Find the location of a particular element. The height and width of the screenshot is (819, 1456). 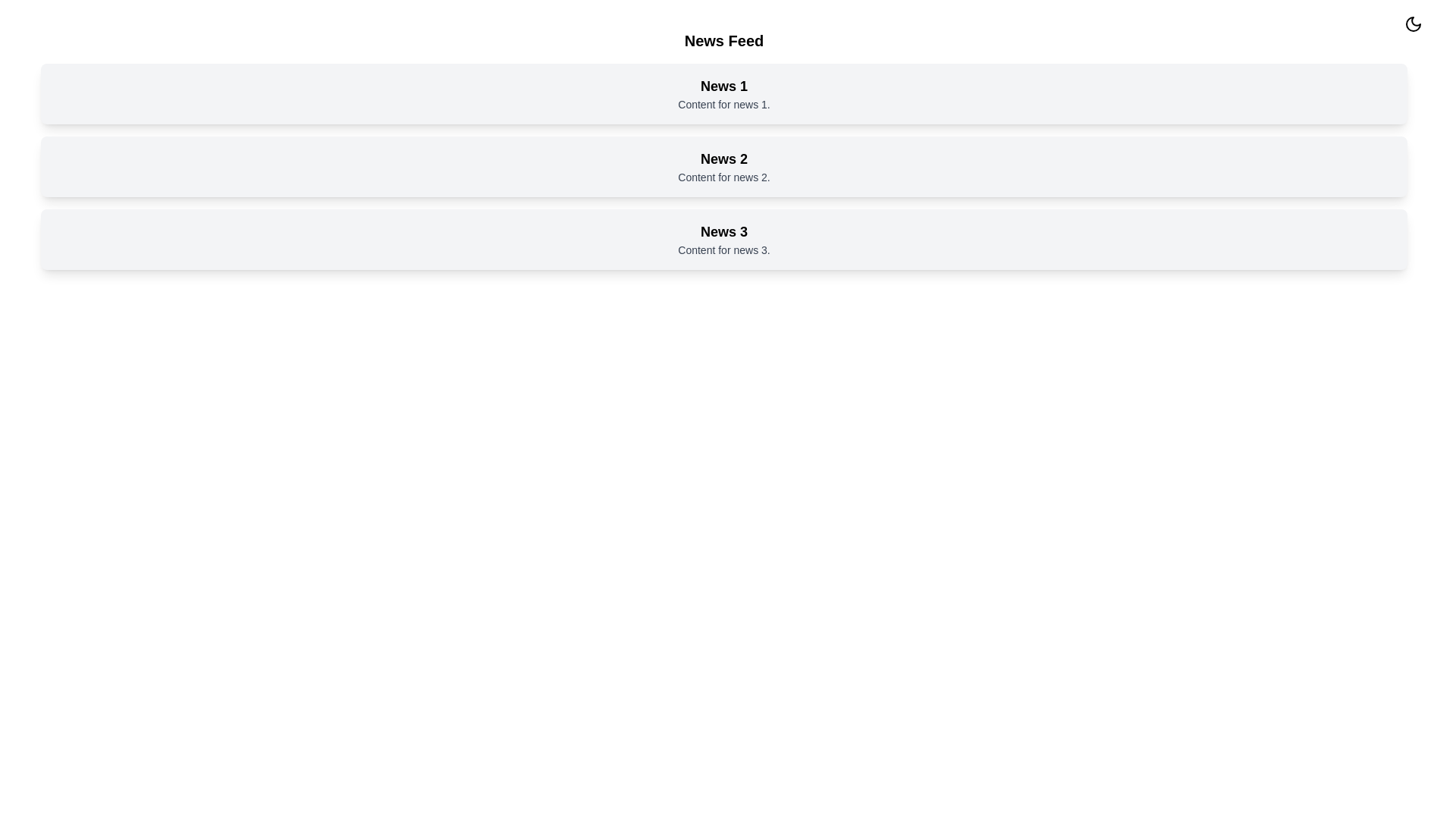

the text label displaying 'News 2' which is centrally located above the content text in the second news card is located at coordinates (723, 158).